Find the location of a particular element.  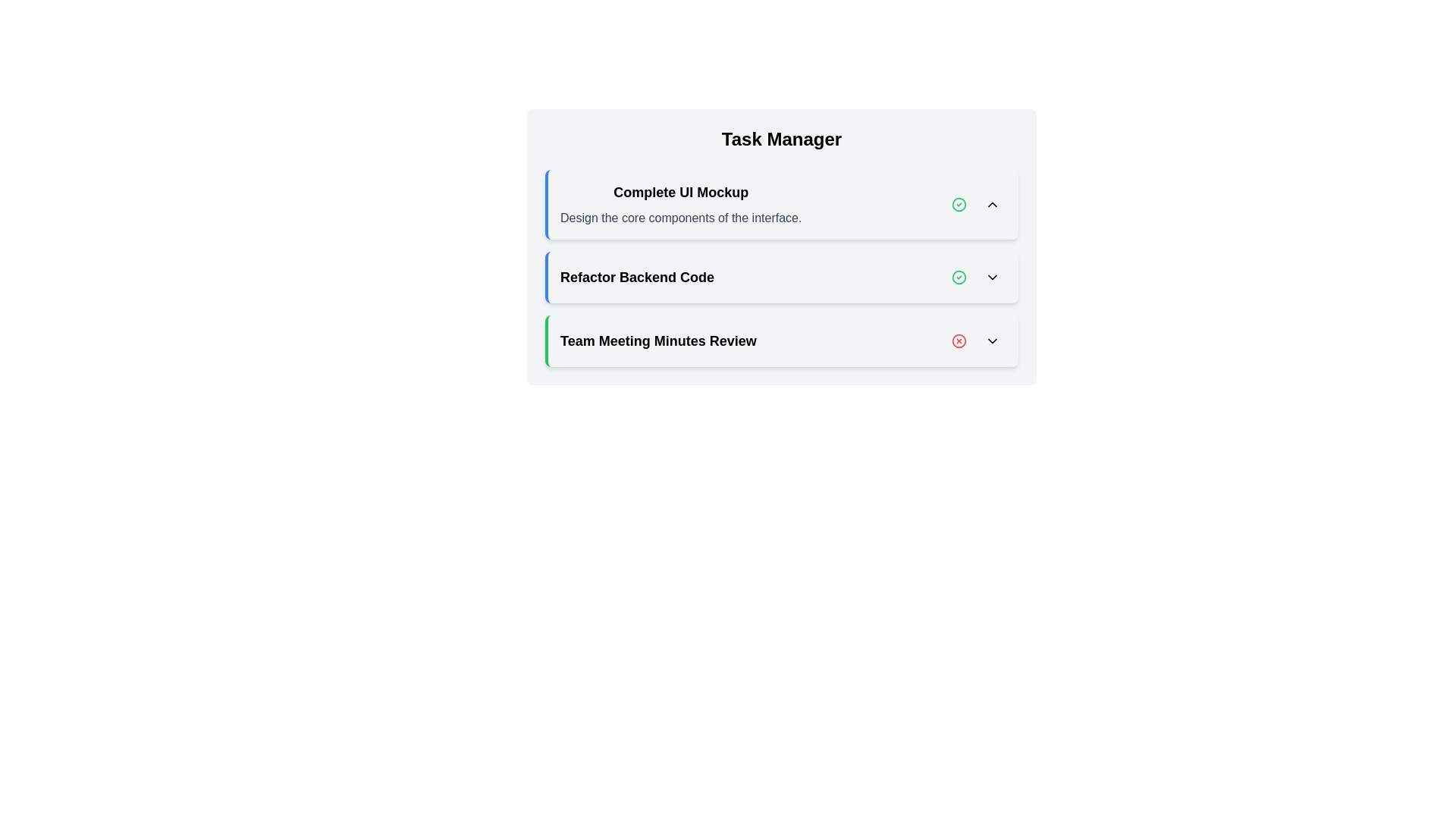

the chevron-down icon button located to the right of 'Team Meeting Minutes Review' in the third row of the task list under 'Task Manager' is located at coordinates (993, 341).